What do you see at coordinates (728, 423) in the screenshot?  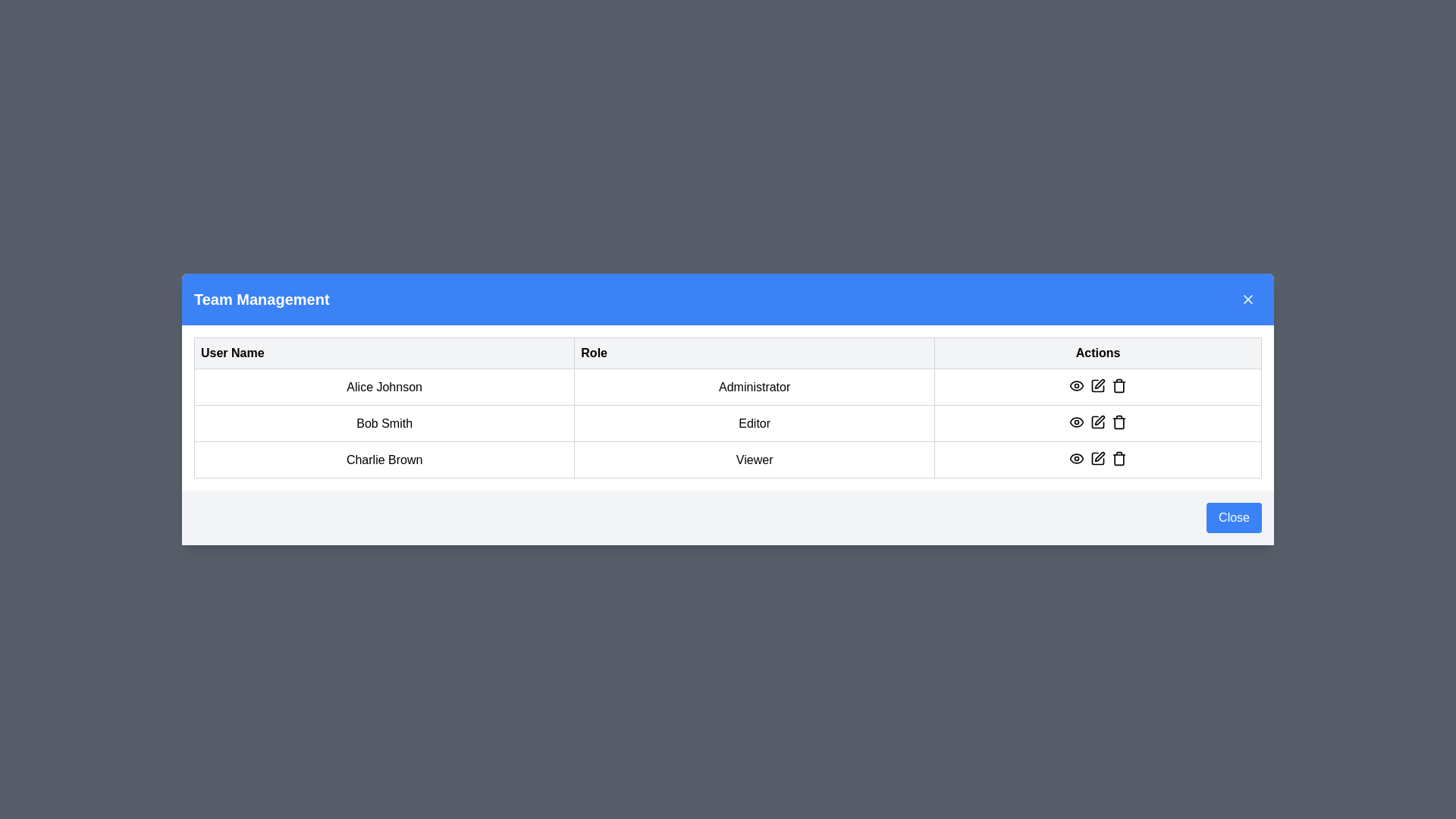 I see `the table row representing 'Bob Smith Editor', which is located between 'Alice Johnson Administrator' and 'Charlie Brown Viewer'` at bounding box center [728, 423].